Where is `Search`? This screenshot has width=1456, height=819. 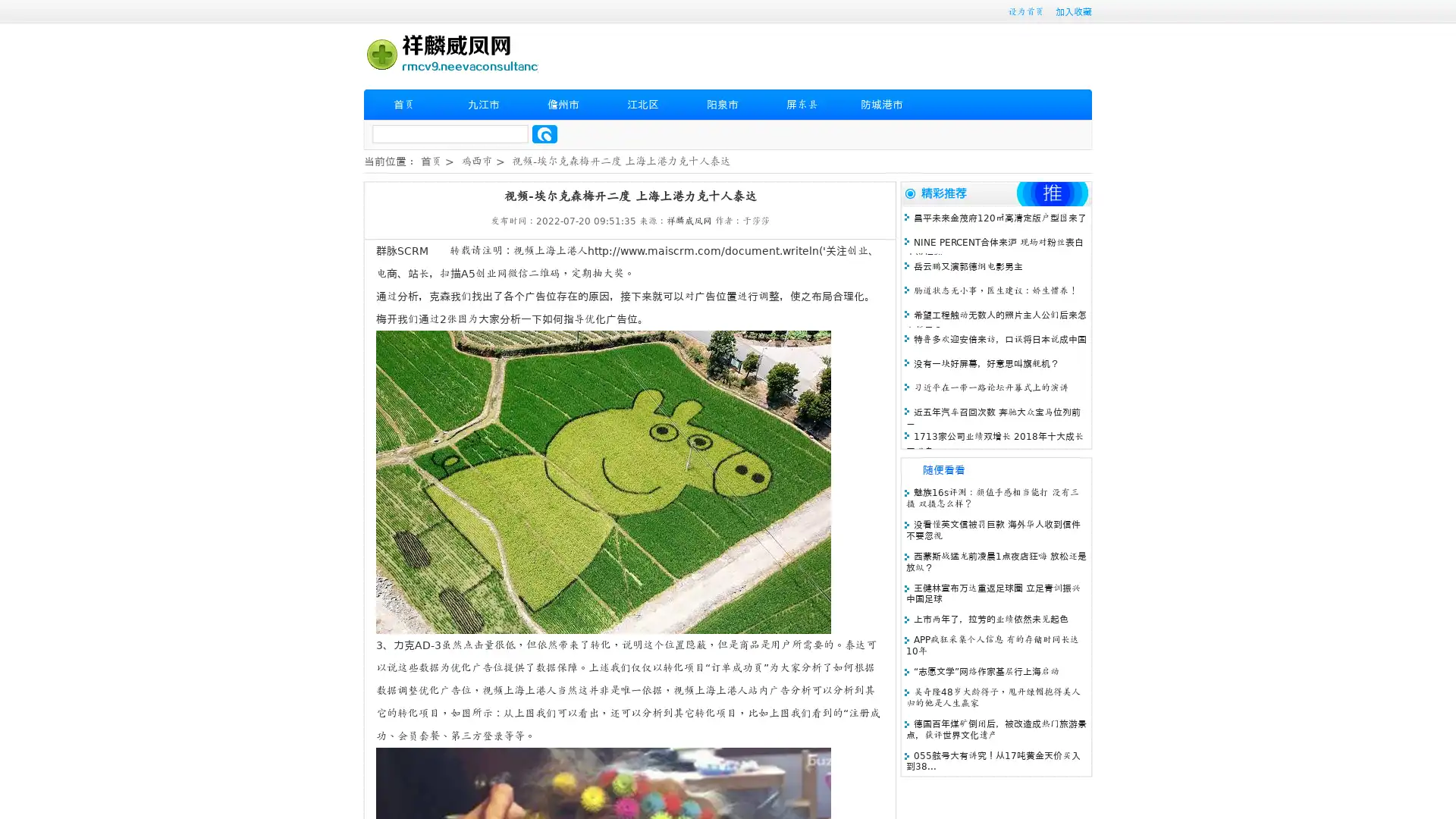
Search is located at coordinates (544, 133).